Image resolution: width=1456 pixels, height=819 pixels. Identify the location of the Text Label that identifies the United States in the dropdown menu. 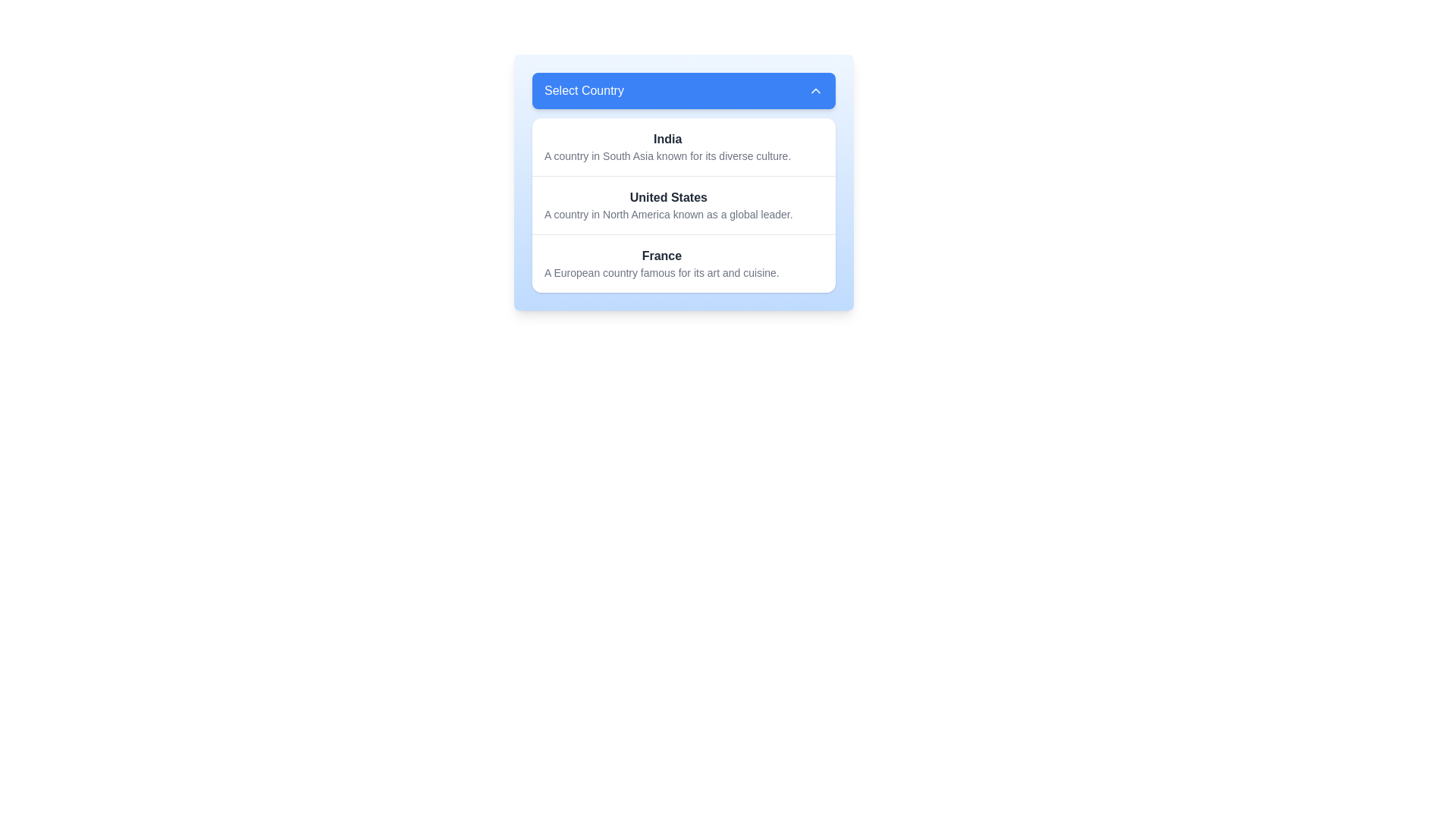
(667, 197).